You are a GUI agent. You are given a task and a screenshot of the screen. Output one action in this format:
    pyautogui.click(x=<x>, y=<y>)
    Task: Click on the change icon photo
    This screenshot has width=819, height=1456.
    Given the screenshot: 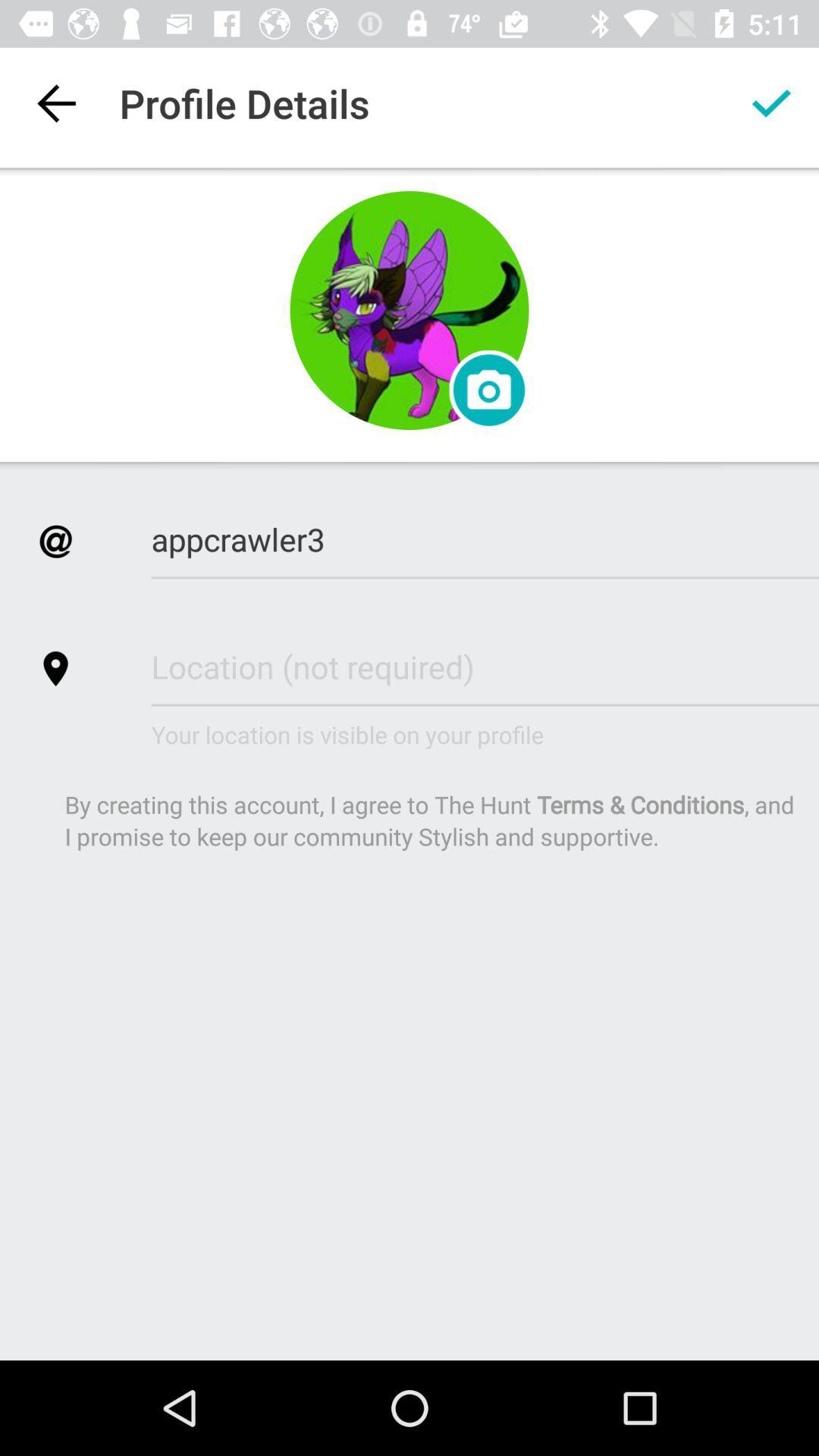 What is the action you would take?
    pyautogui.click(x=409, y=309)
    